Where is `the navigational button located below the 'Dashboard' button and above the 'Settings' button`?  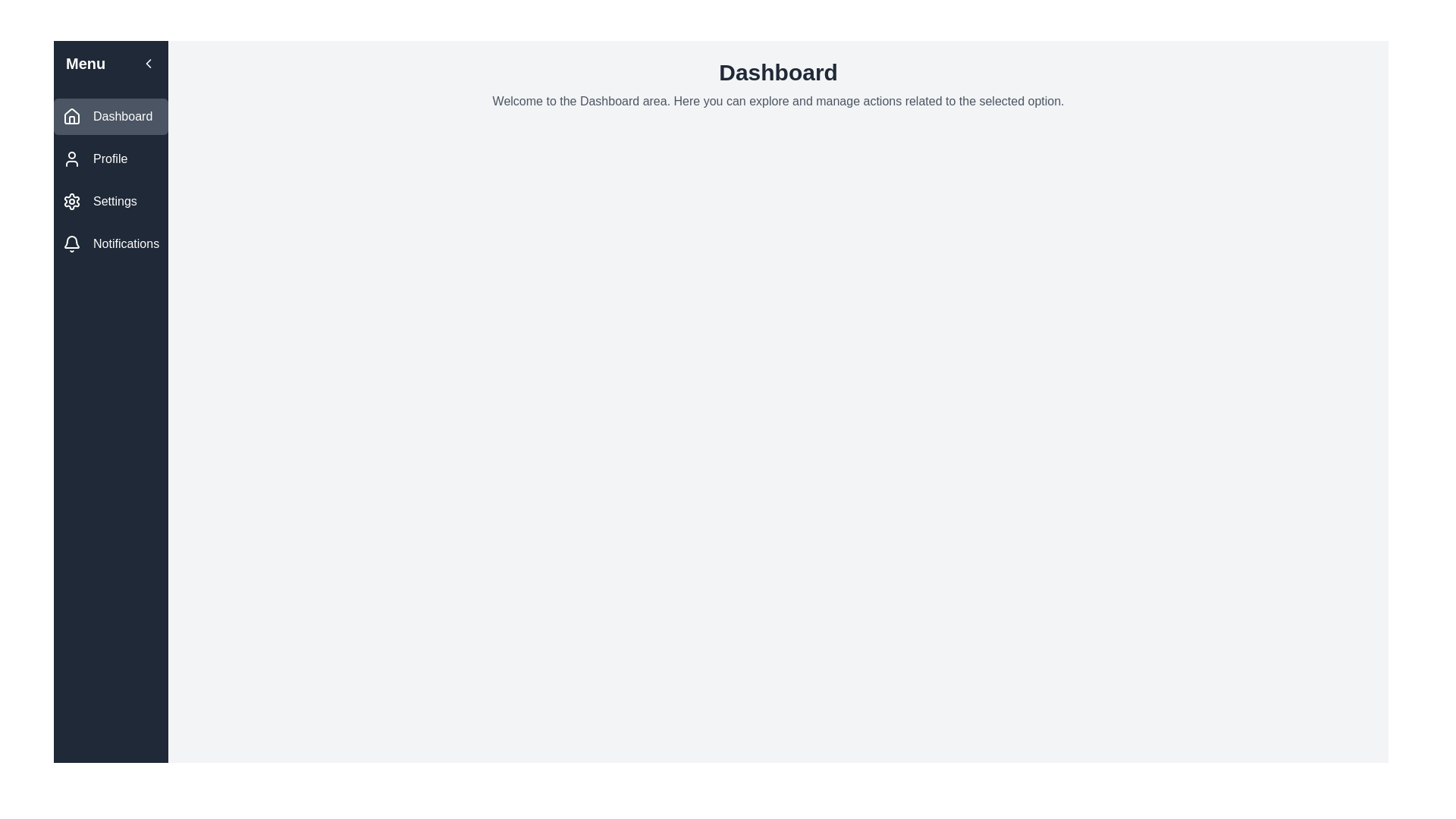 the navigational button located below the 'Dashboard' button and above the 'Settings' button is located at coordinates (110, 158).